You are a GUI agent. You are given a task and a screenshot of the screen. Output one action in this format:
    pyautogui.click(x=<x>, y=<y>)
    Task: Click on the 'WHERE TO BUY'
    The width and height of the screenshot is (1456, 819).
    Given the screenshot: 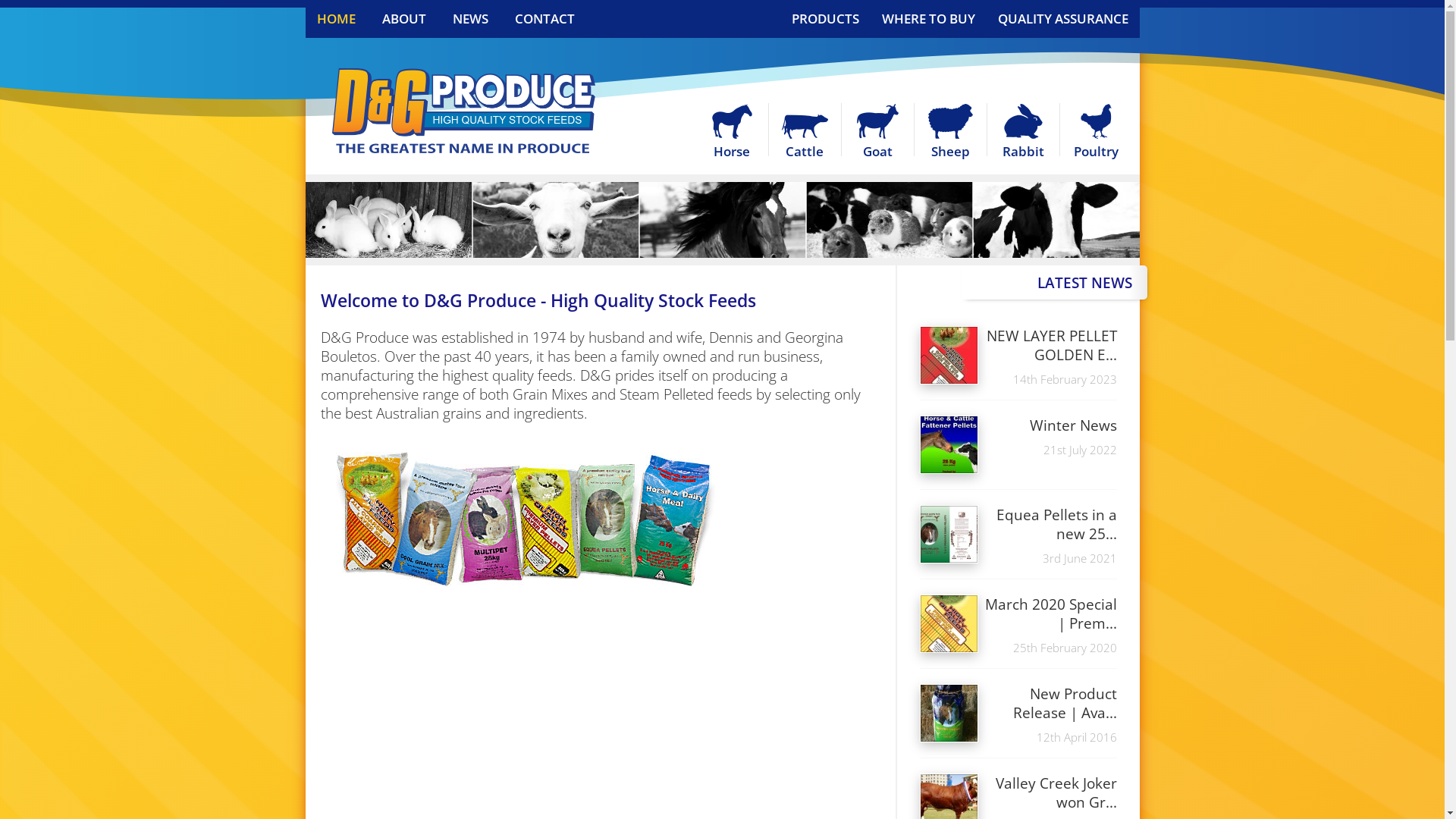 What is the action you would take?
    pyautogui.click(x=927, y=18)
    